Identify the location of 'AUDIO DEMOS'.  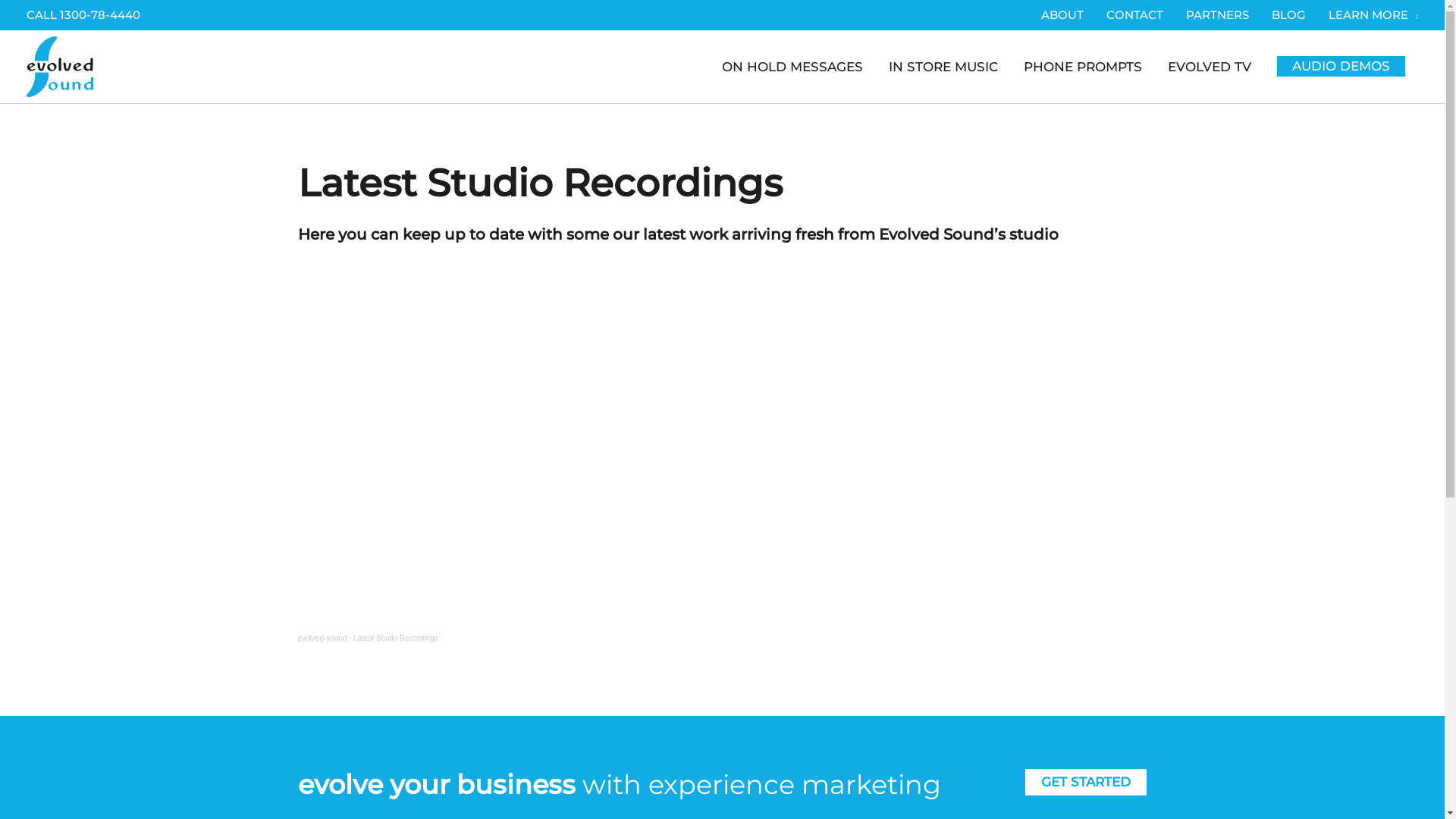
(1341, 65).